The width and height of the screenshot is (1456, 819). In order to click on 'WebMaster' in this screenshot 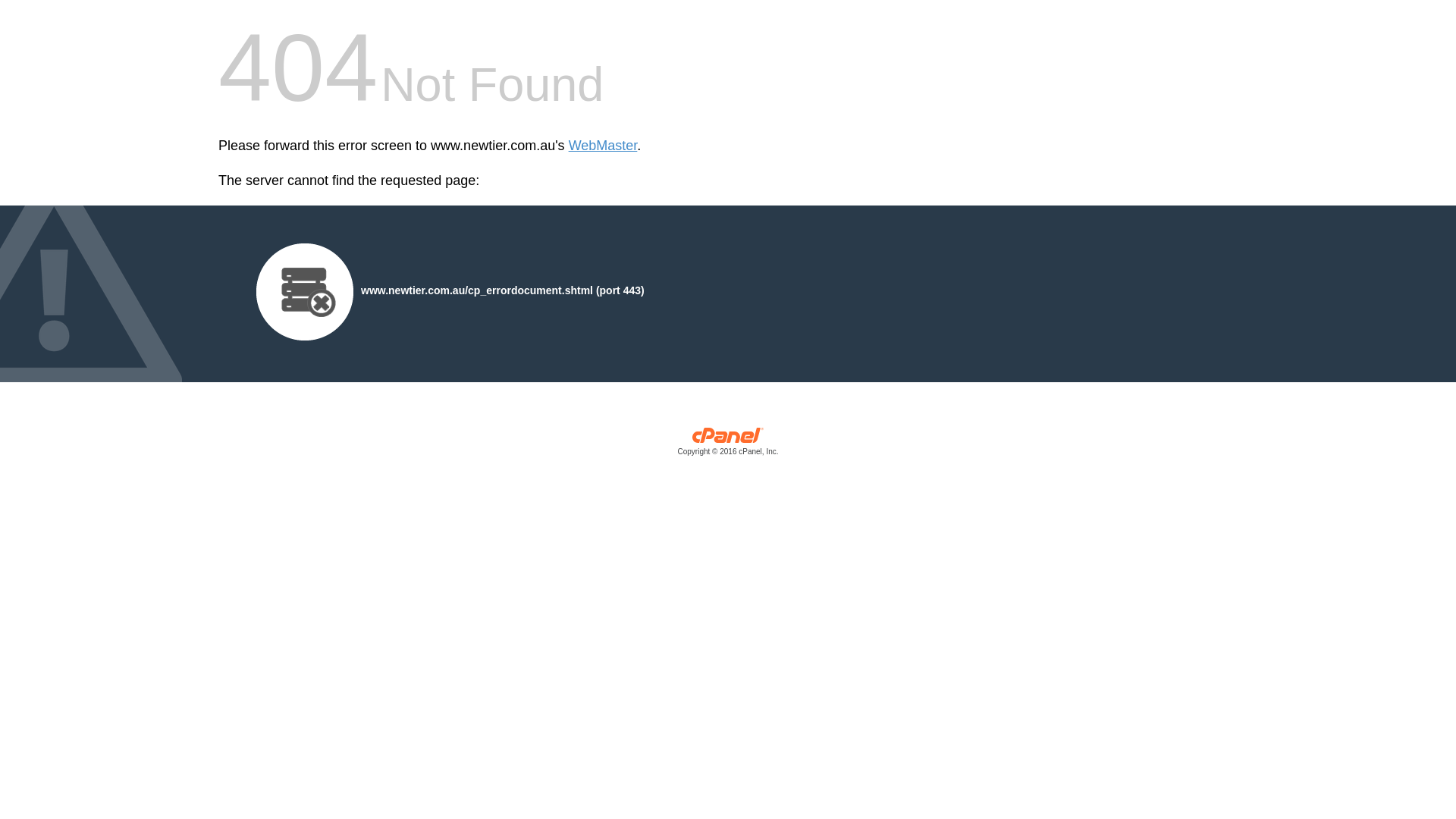, I will do `click(602, 146)`.